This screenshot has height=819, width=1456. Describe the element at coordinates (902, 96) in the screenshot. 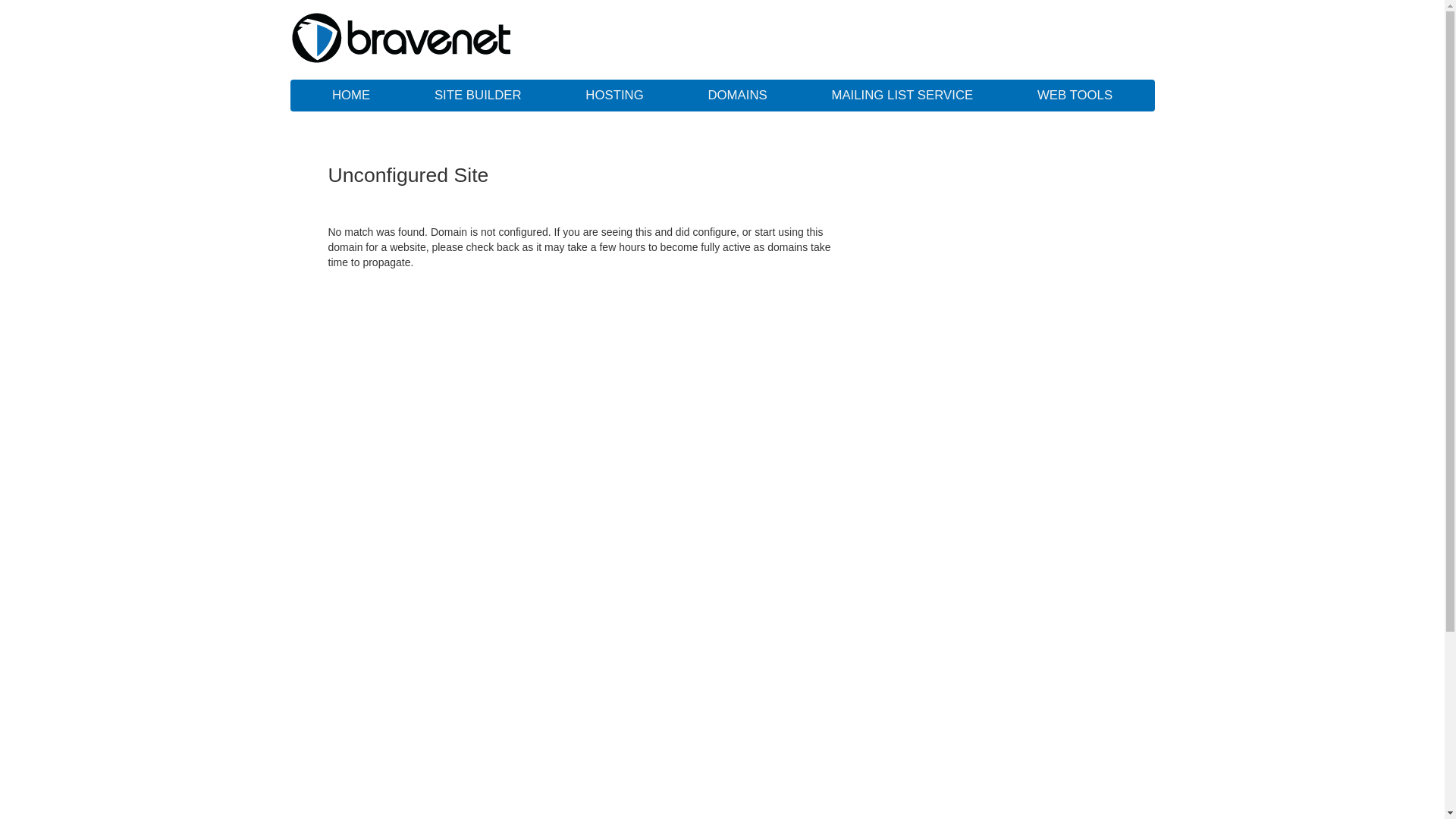

I see `'MAILING LIST SERVICE'` at that location.